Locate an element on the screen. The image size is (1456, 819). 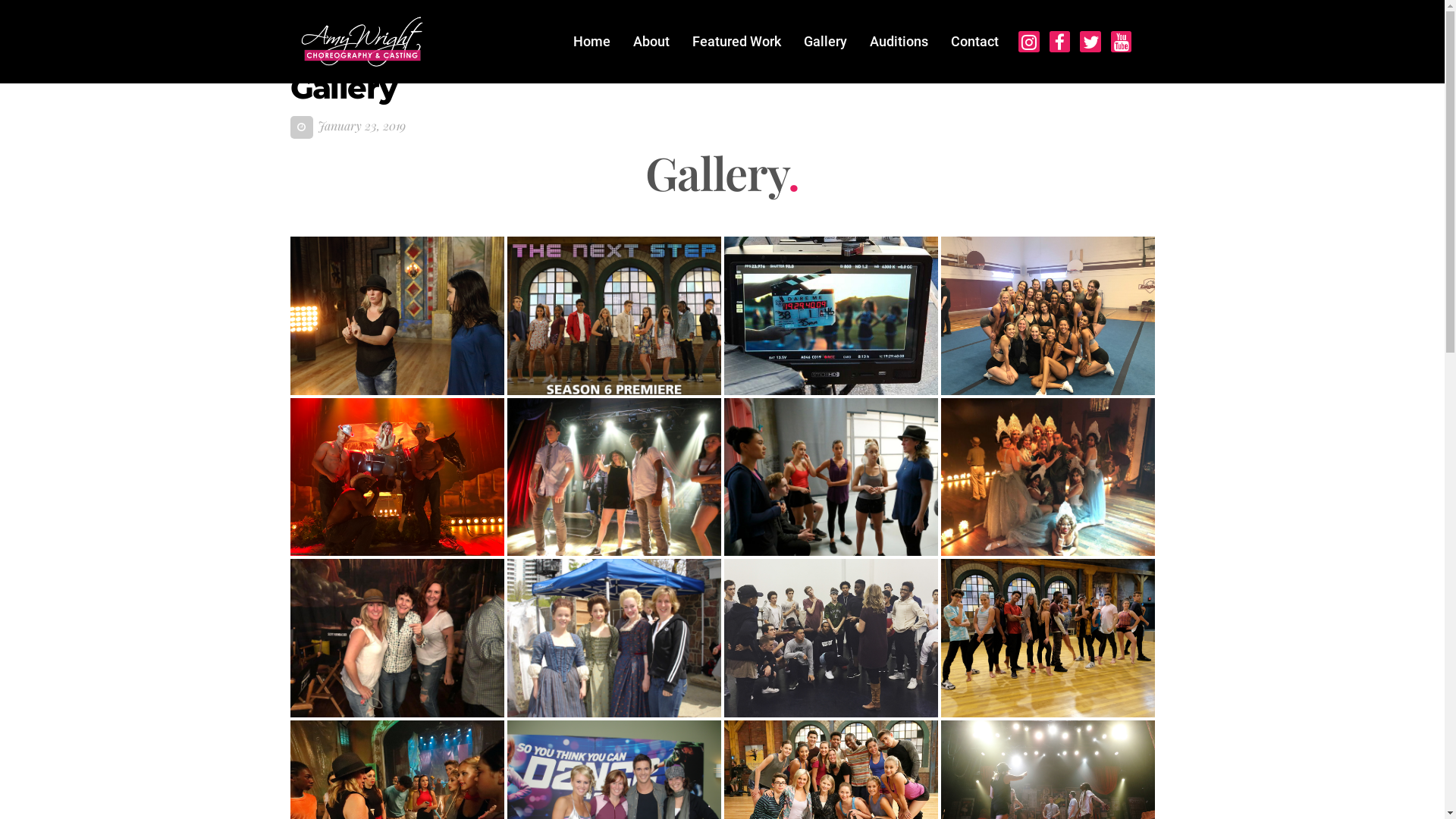
'Auditions' is located at coordinates (899, 40).